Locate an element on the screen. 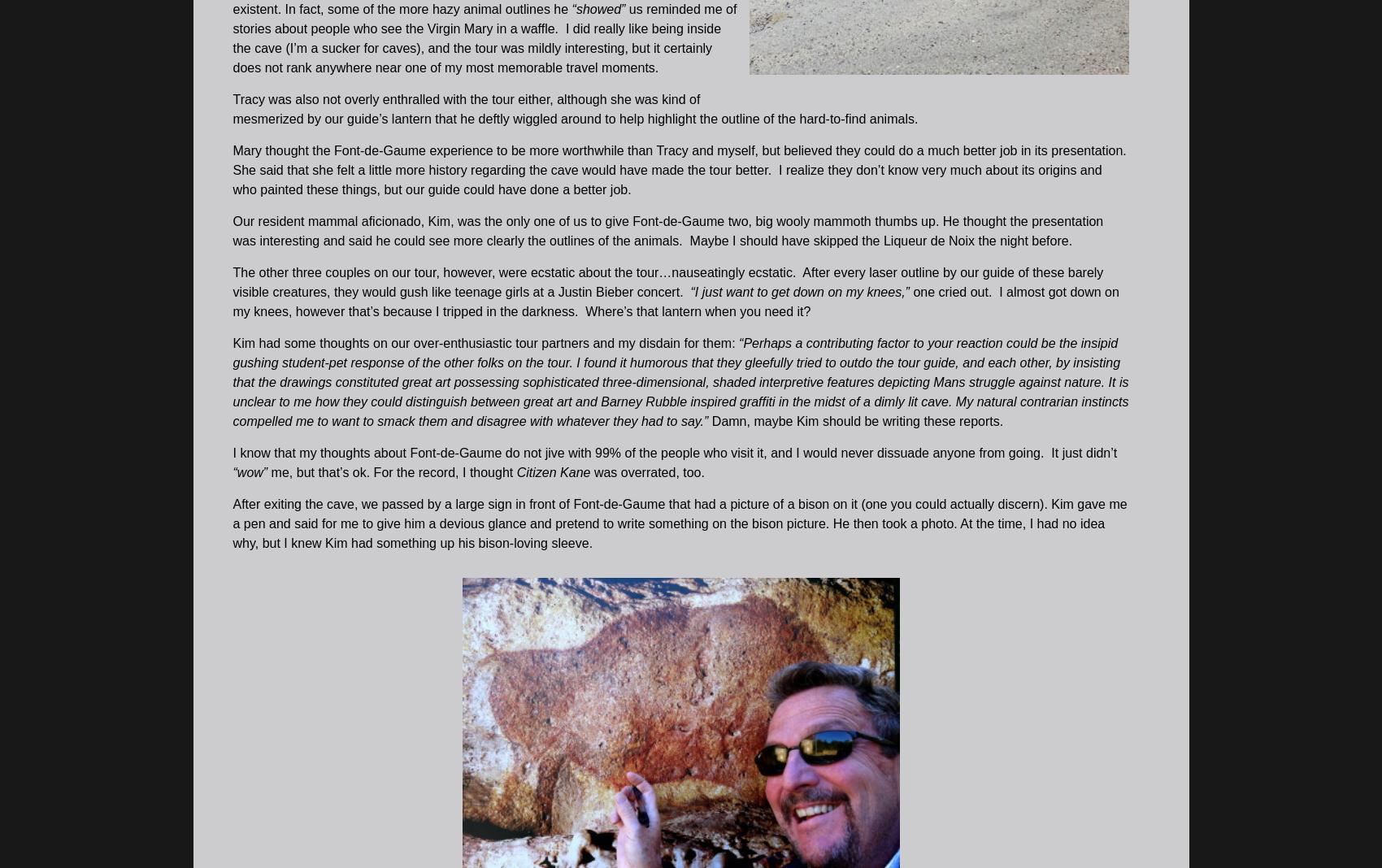 The width and height of the screenshot is (1382, 868). 'us reminded me of stories about people who see the Virgin Mary in a waffle.  I did really like being inside the cave (I’m a sucker for caves), and the tour was mildly interesting, but it certainly does not rank anywhere near one of my most memorable travel moments.' is located at coordinates (232, 37).